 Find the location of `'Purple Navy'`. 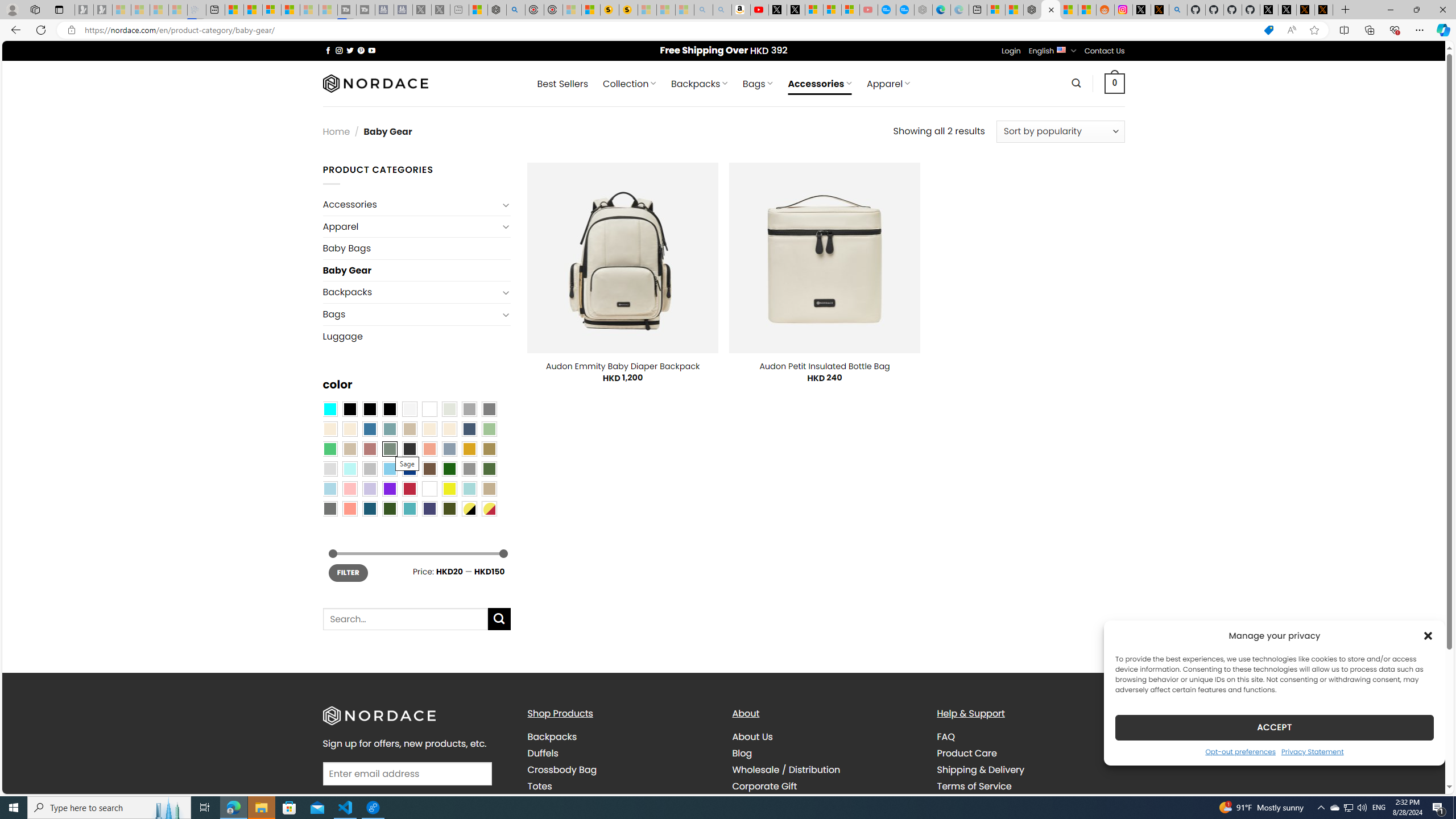

'Purple Navy' is located at coordinates (429, 508).